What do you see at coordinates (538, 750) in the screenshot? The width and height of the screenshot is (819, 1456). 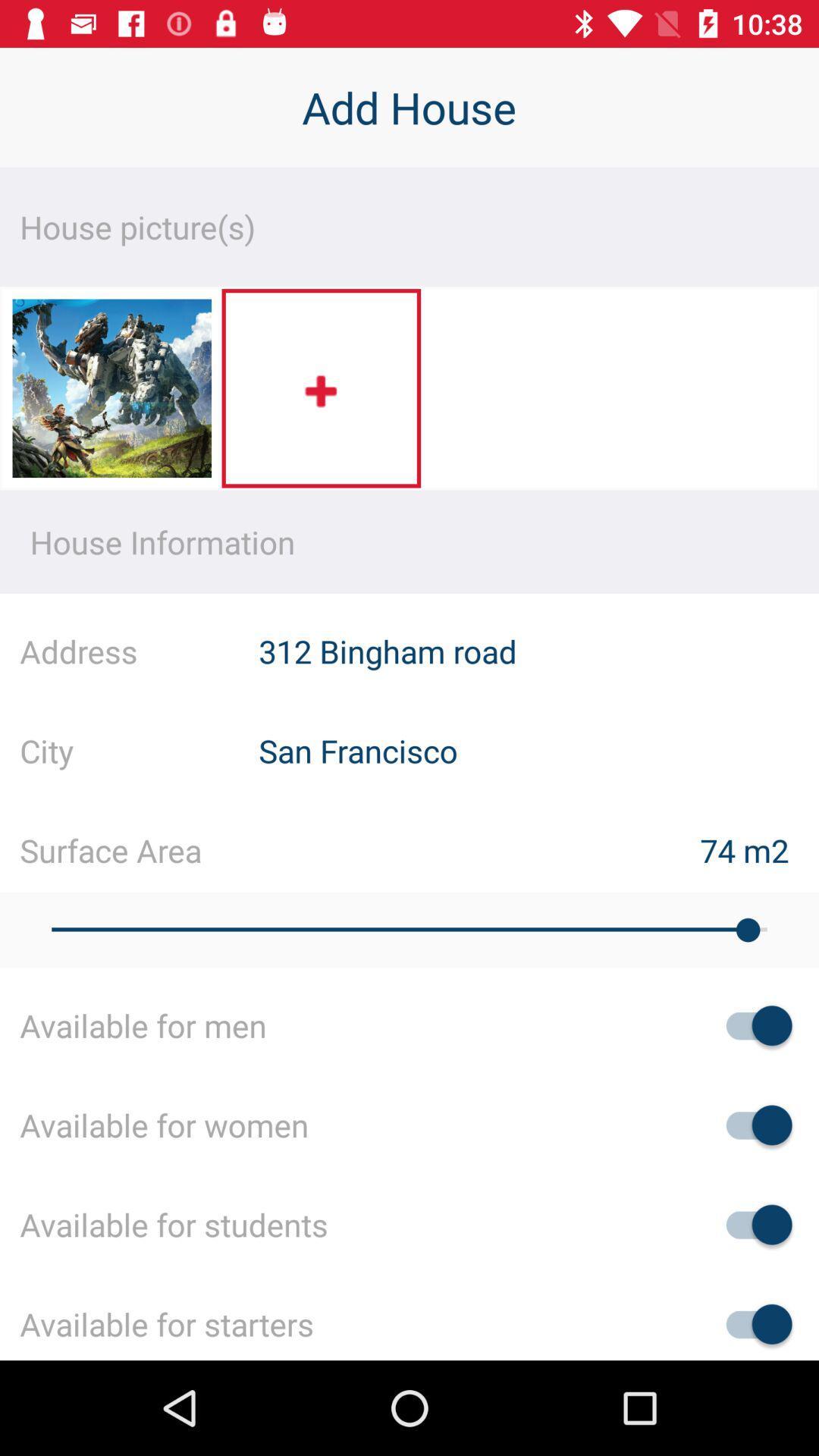 I see `item above 74 m2 item` at bounding box center [538, 750].